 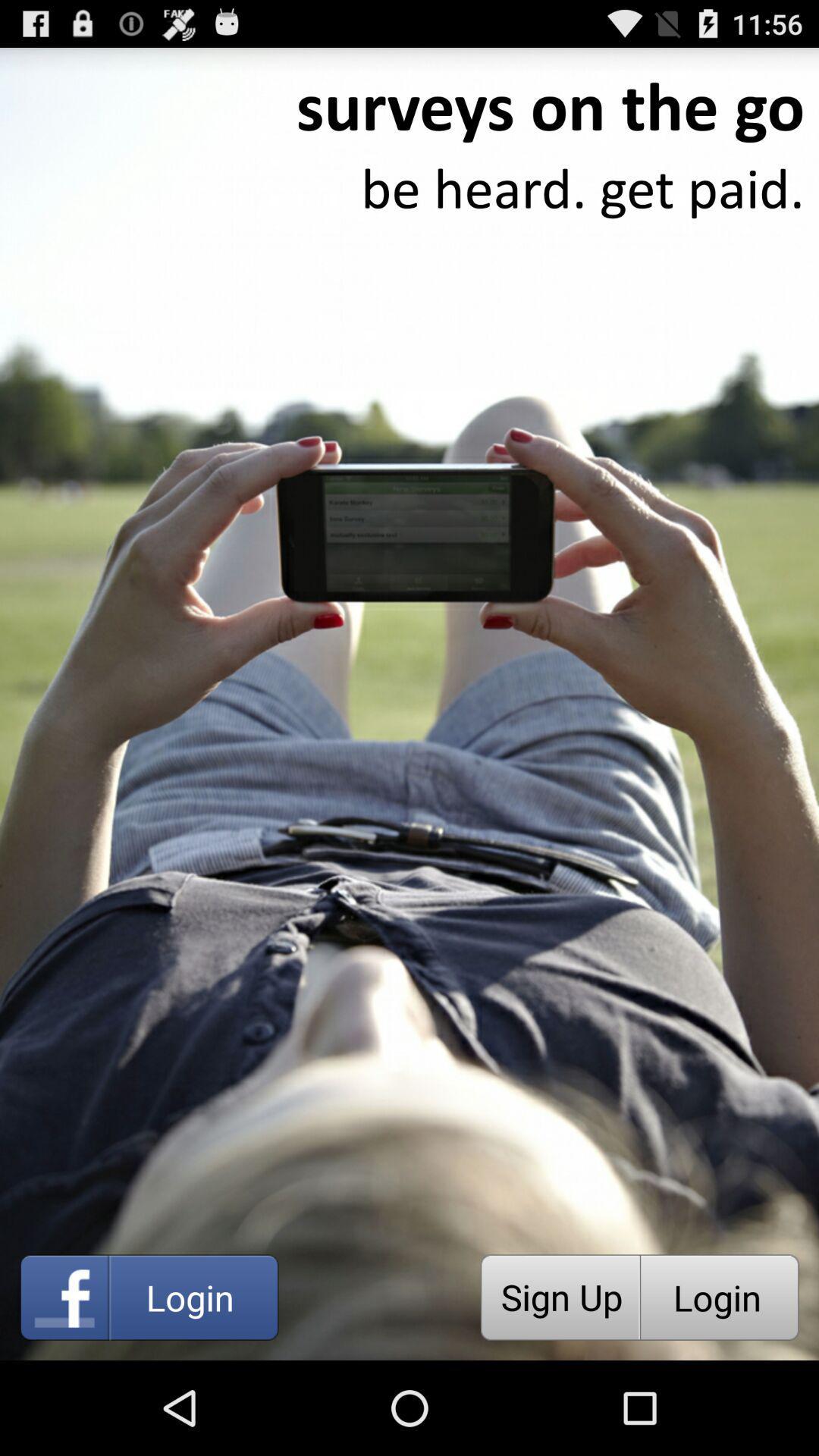 What do you see at coordinates (560, 1297) in the screenshot?
I see `the sign up` at bounding box center [560, 1297].